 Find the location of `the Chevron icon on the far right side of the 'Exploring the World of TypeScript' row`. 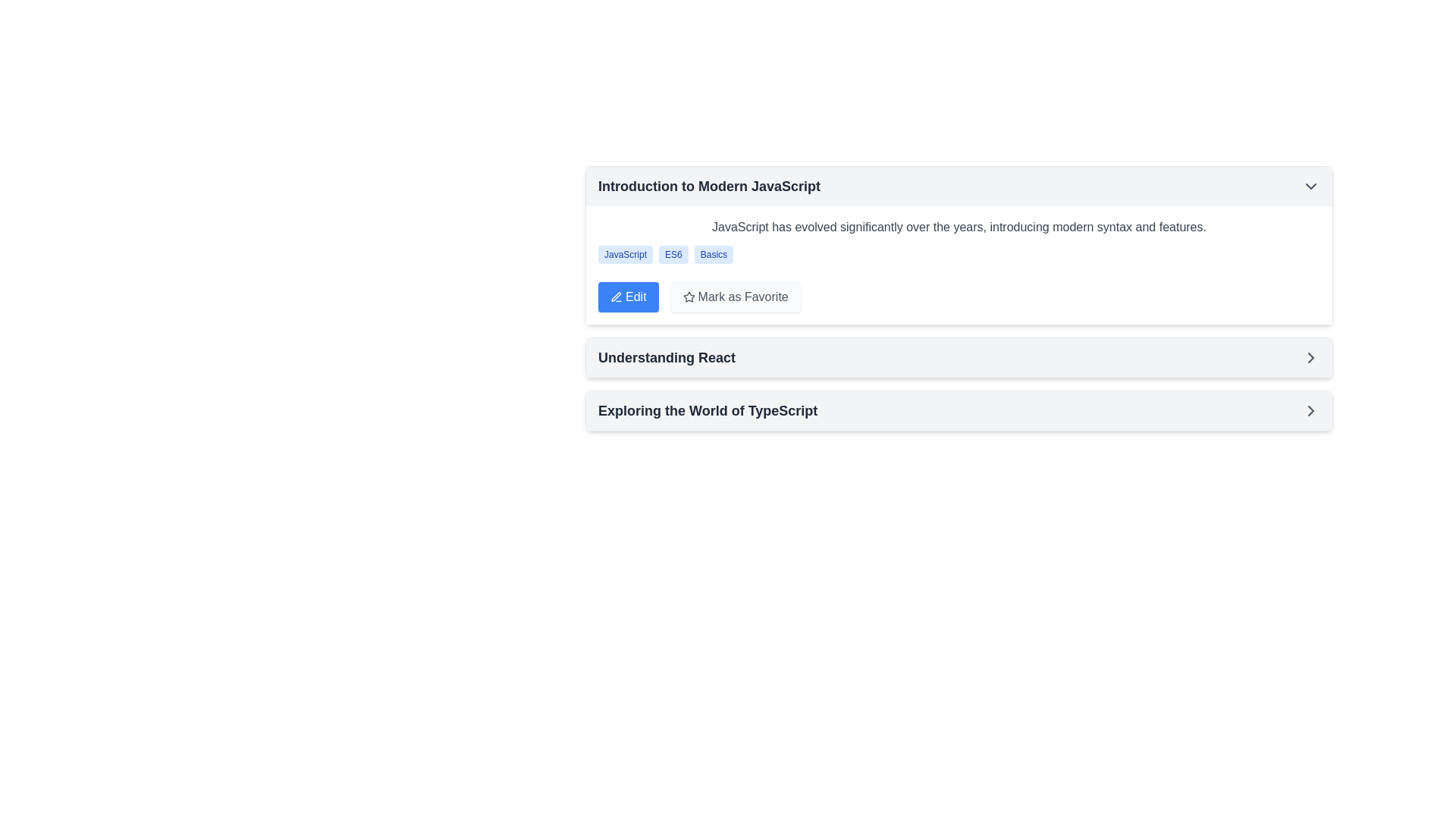

the Chevron icon on the far right side of the 'Exploring the World of TypeScript' row is located at coordinates (1310, 411).